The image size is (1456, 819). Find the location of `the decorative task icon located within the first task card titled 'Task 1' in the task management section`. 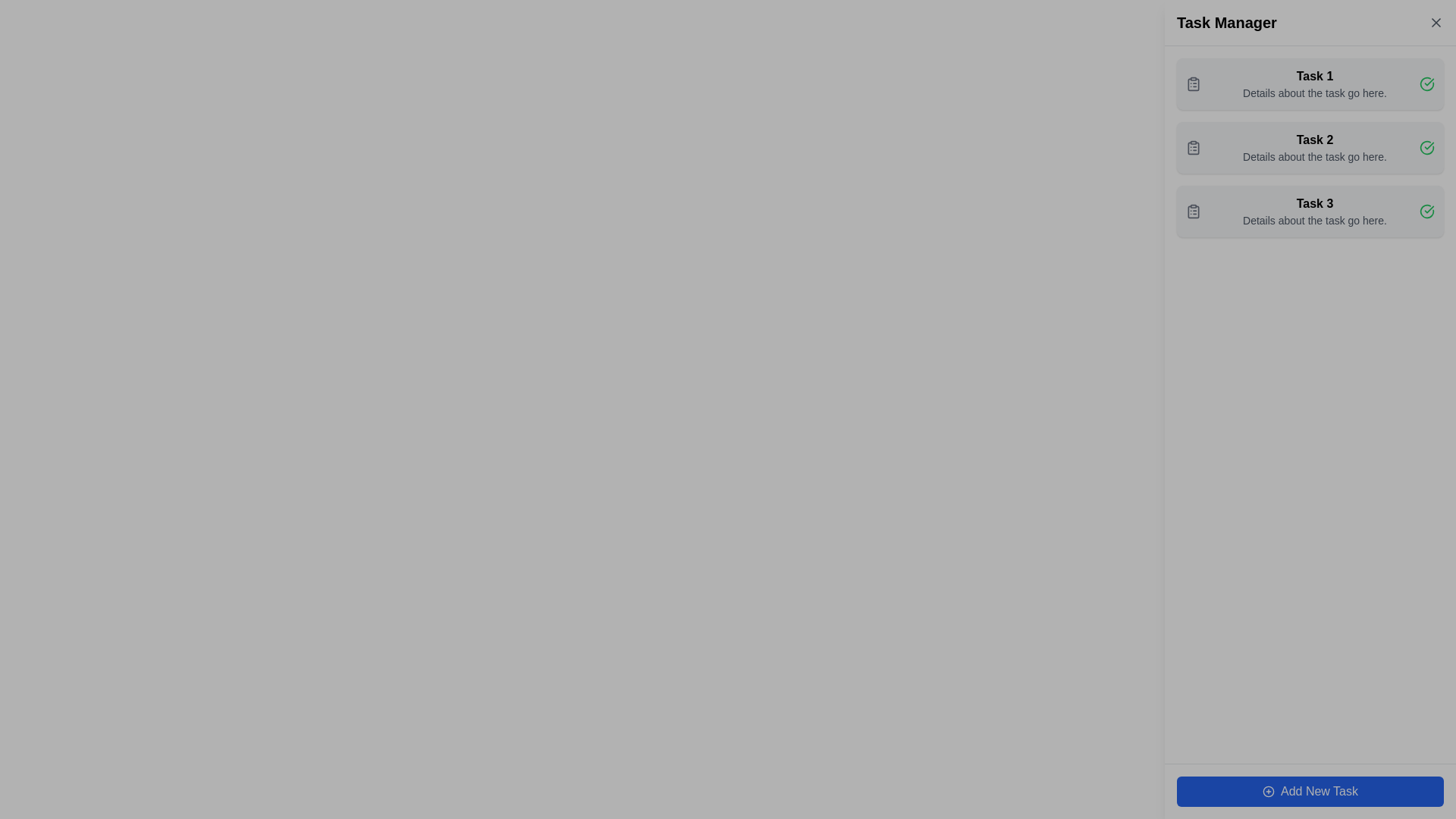

the decorative task icon located within the first task card titled 'Task 1' in the task management section is located at coordinates (1193, 84).